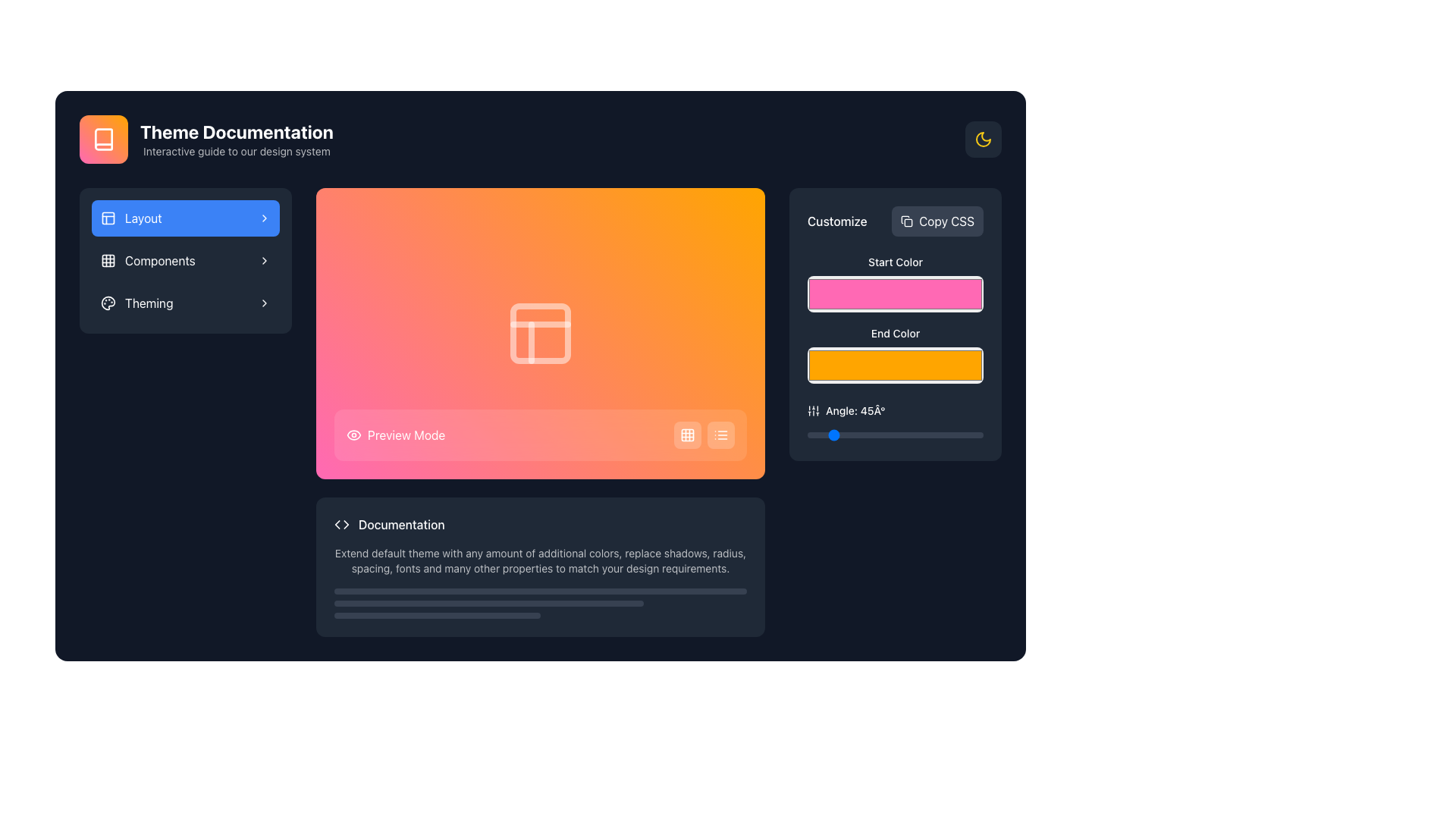  I want to click on the movable circular thumb control of the horizontal slider located under the 'Angle: 45°' label, so click(895, 435).